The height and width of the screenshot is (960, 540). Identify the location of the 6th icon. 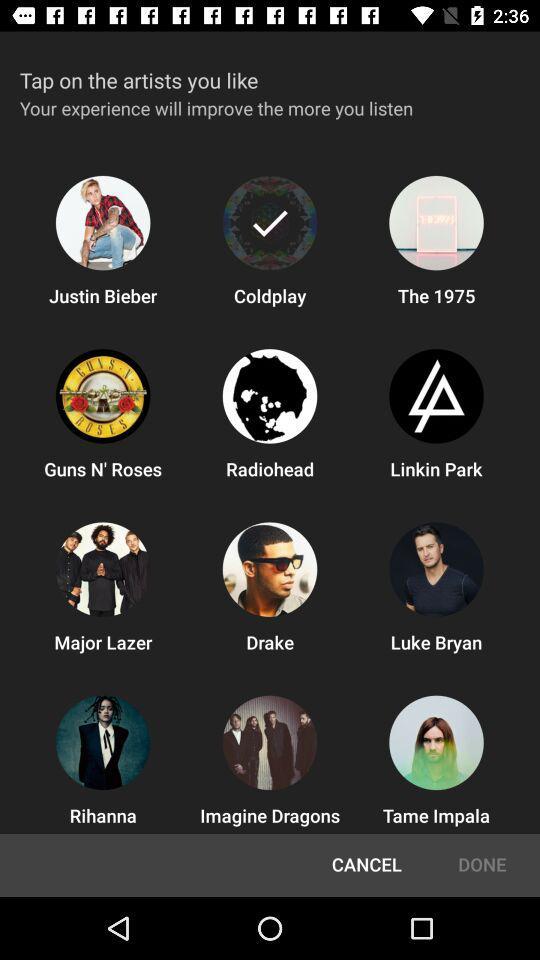
(435, 395).